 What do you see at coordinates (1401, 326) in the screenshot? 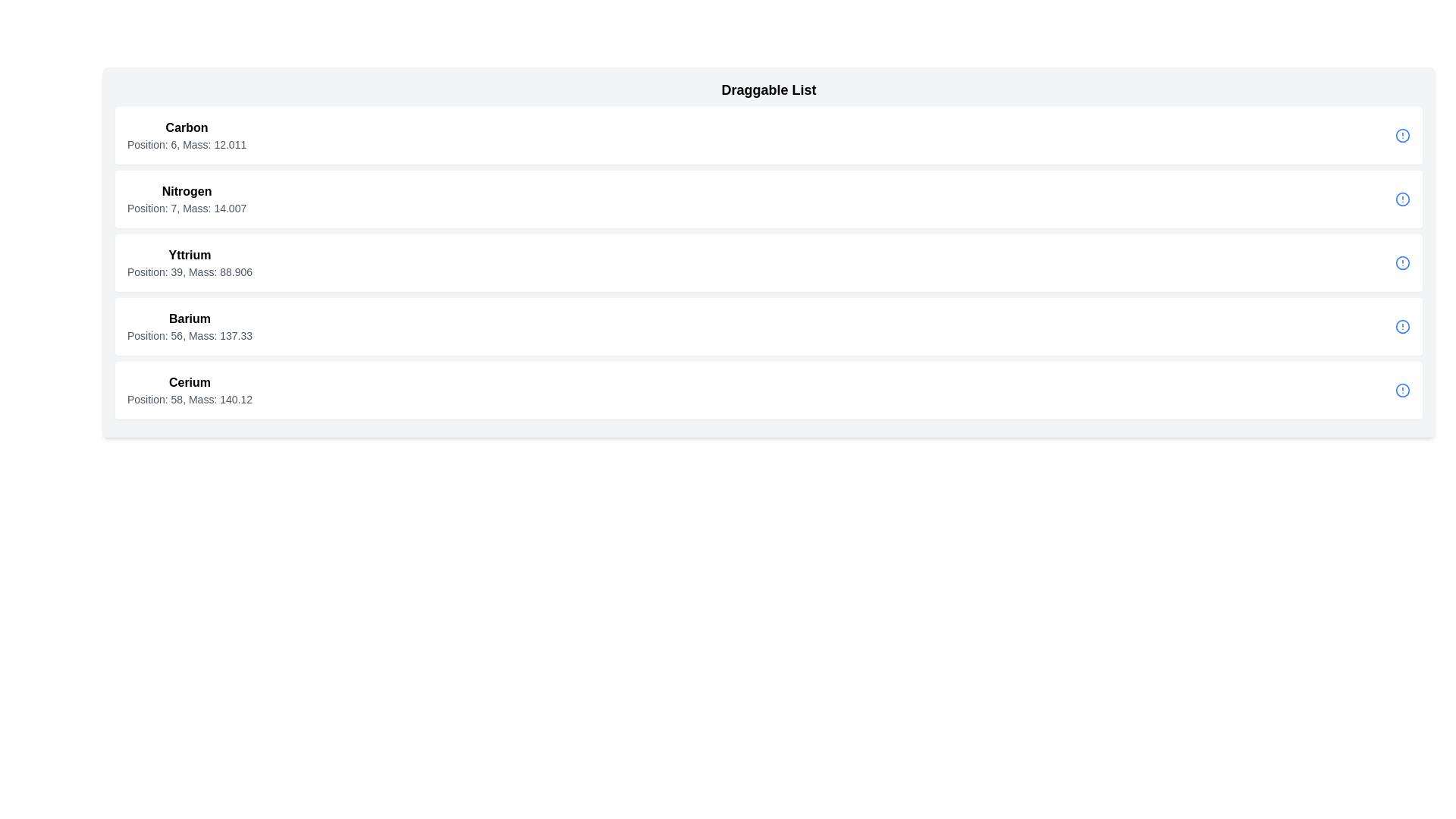
I see `the status indicator icon located to the extreme right of the list item labeled 'Barium Position: 56, Mass: 137.33', which is the fourth item in the vertical list` at bounding box center [1401, 326].